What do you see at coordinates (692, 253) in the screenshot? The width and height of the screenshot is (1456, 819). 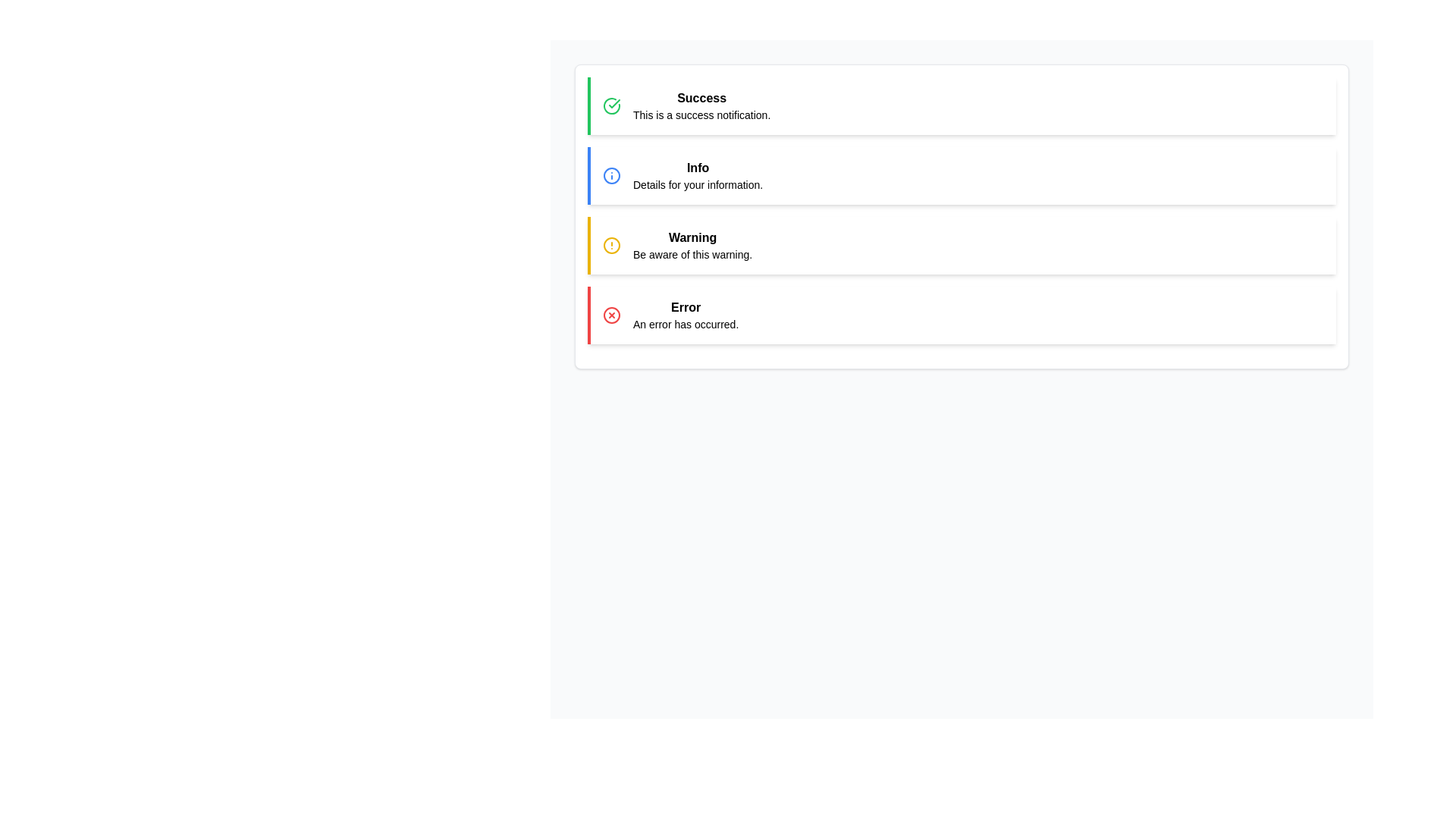 I see `the text label that provides detailed information related to a warning notification, positioned below the 'Warning' text and above the 'Error' text` at bounding box center [692, 253].